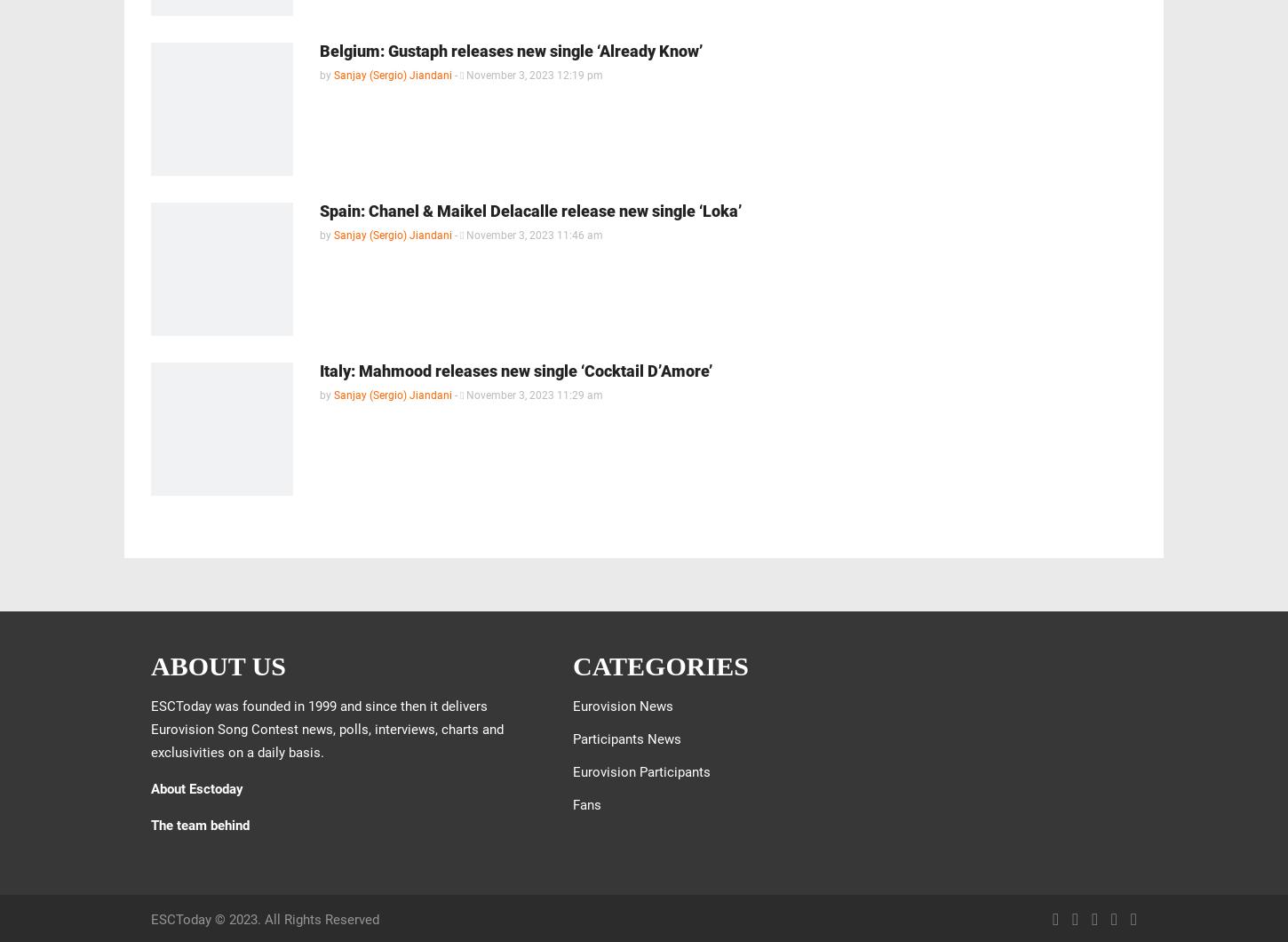 The height and width of the screenshot is (942, 1288). What do you see at coordinates (199, 825) in the screenshot?
I see `'The team behind'` at bounding box center [199, 825].